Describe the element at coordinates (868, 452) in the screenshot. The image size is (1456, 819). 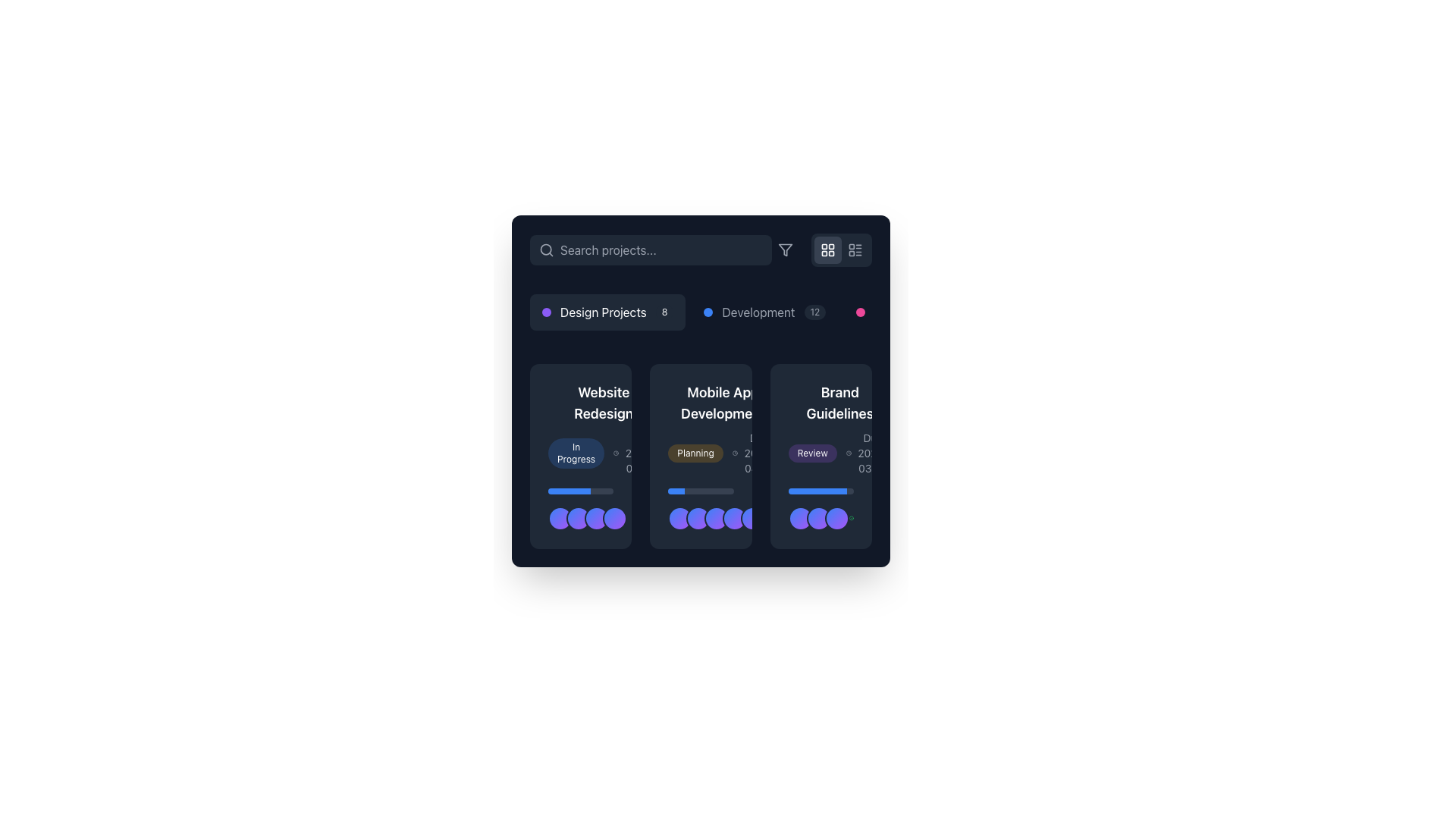
I see `the text label that displays 'Due 2024-03-10' with a clock icon, located within the 'Brand Guidelines' card, positioned near the bottom-right corner of the interface` at that location.